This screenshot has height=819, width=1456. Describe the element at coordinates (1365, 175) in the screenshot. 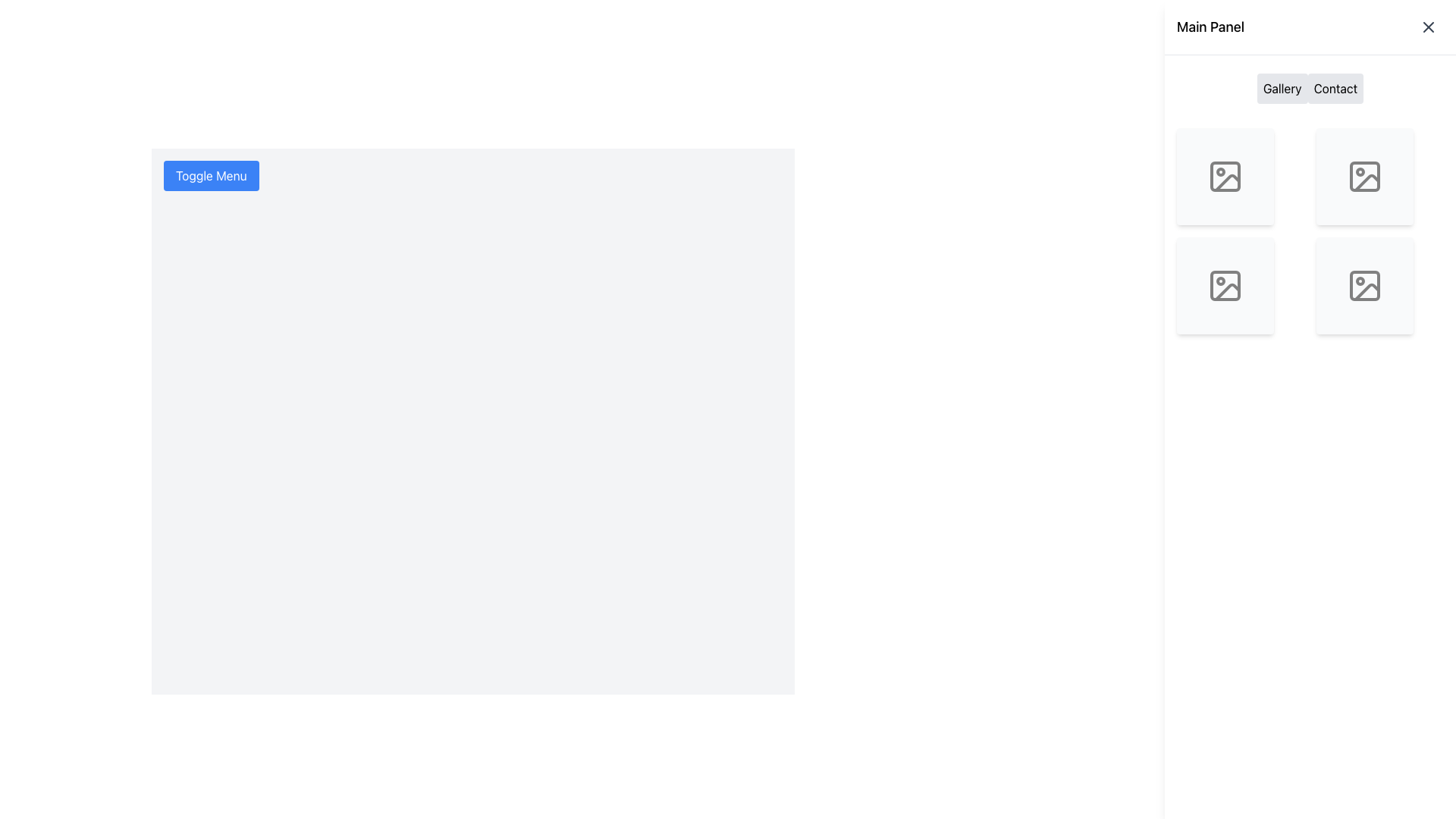

I see `the Image placeholder card, which is the second item` at that location.